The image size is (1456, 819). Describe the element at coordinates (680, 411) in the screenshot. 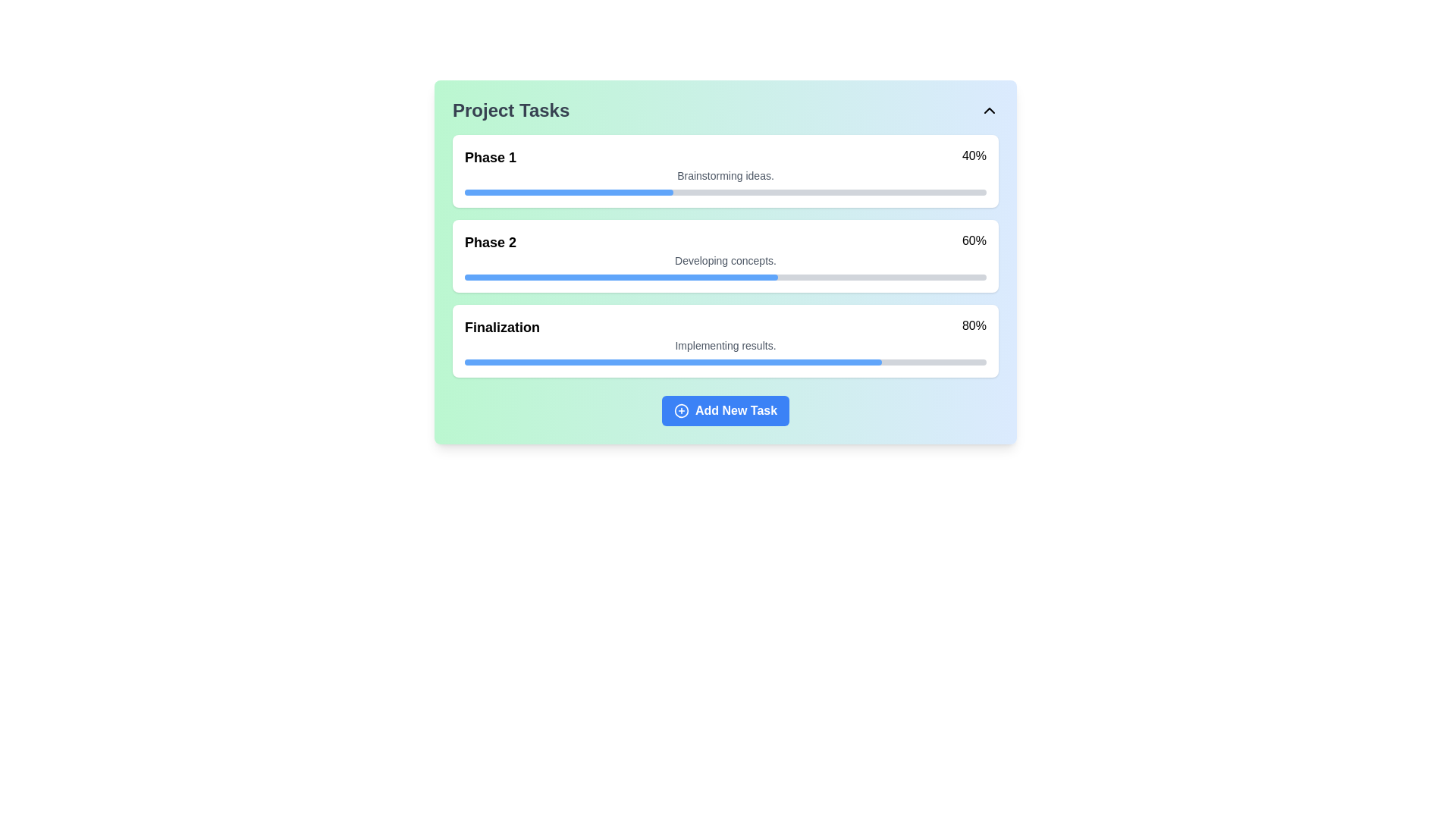

I see `the circular icon to the left of the 'Add New Task' button for potential visual feedback` at that location.